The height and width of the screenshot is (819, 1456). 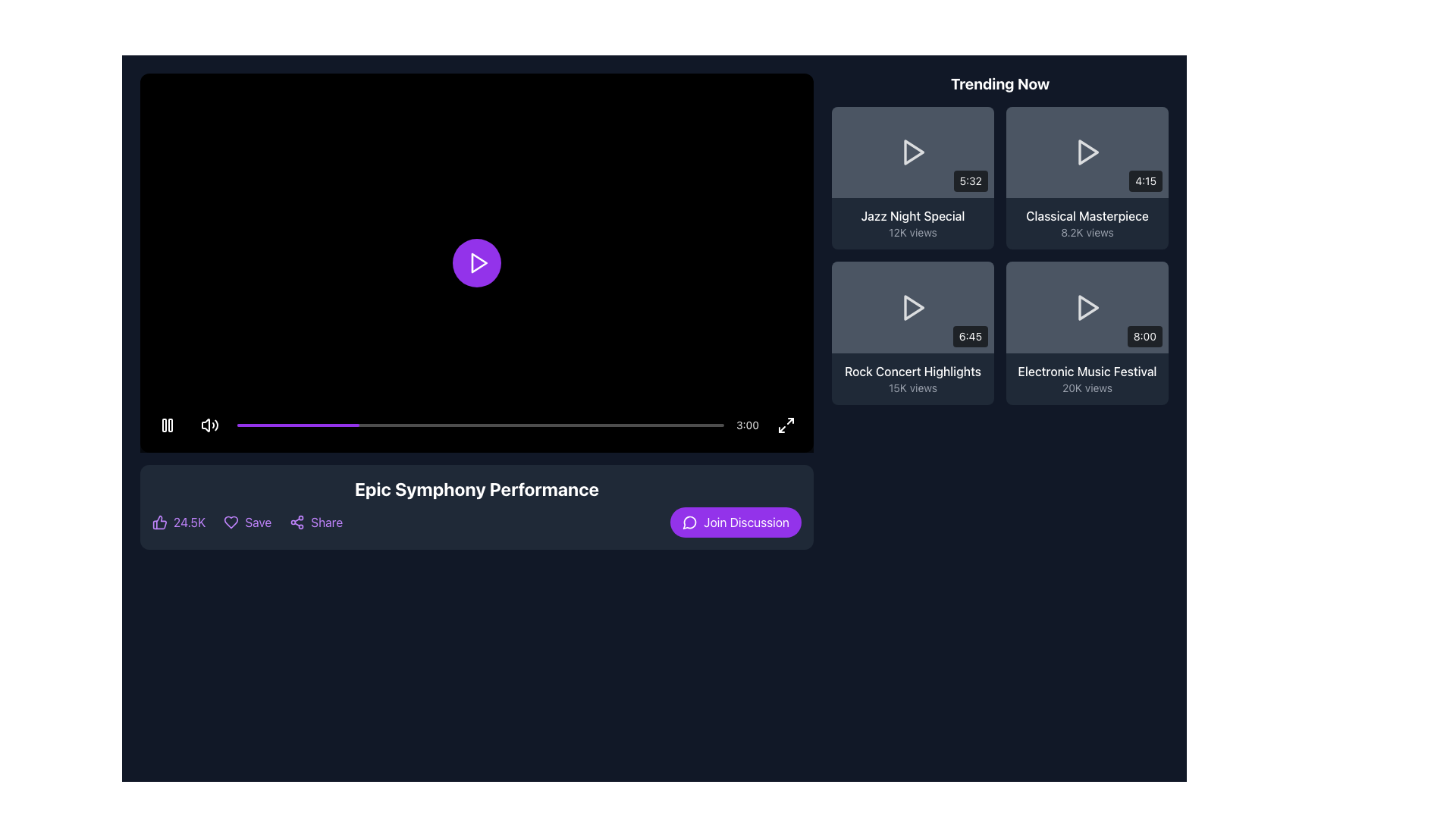 What do you see at coordinates (315, 521) in the screenshot?
I see `the 'Share' button located at the bottom left section underneath the video content` at bounding box center [315, 521].